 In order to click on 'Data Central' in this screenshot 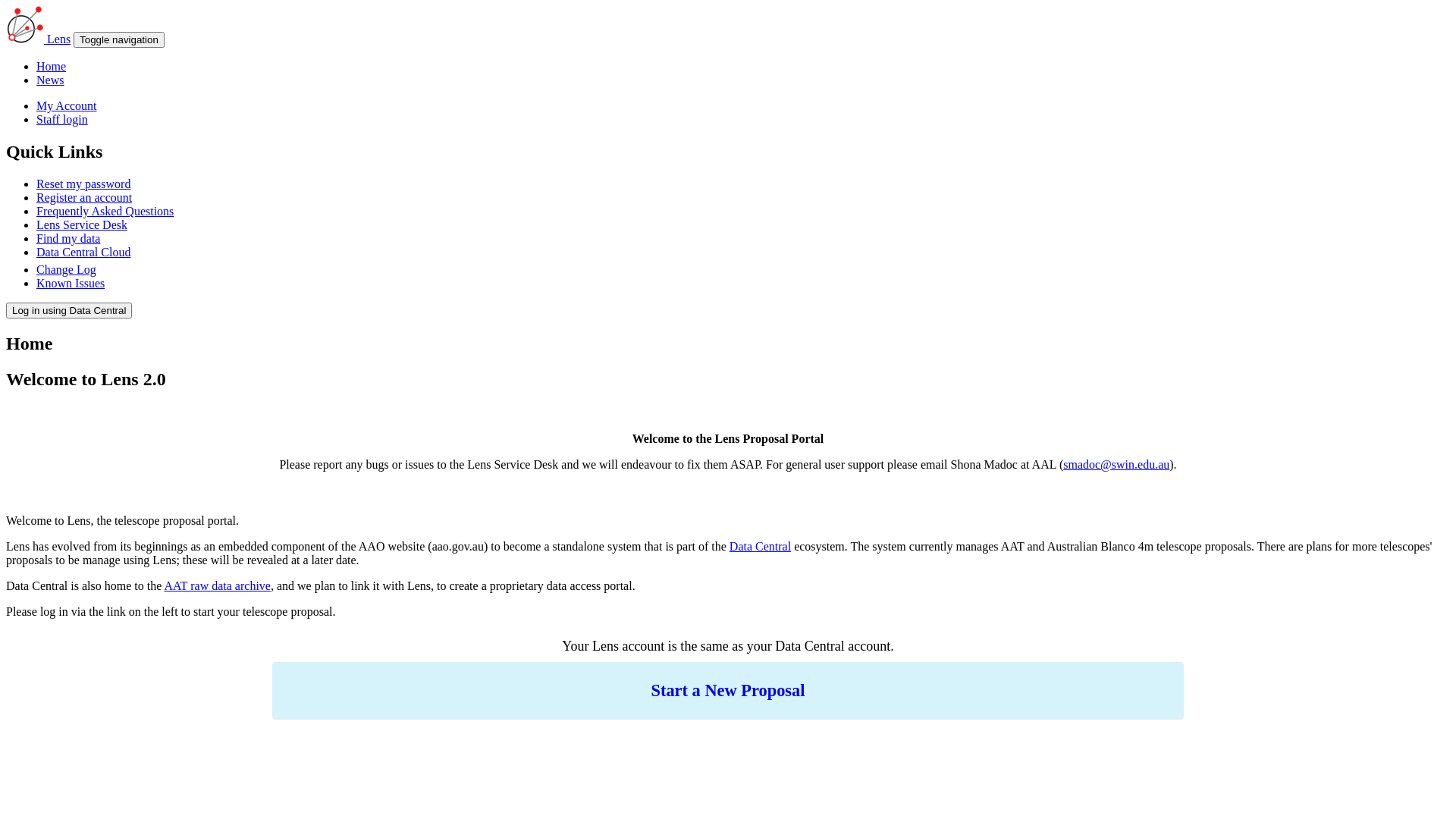, I will do `click(760, 546)`.